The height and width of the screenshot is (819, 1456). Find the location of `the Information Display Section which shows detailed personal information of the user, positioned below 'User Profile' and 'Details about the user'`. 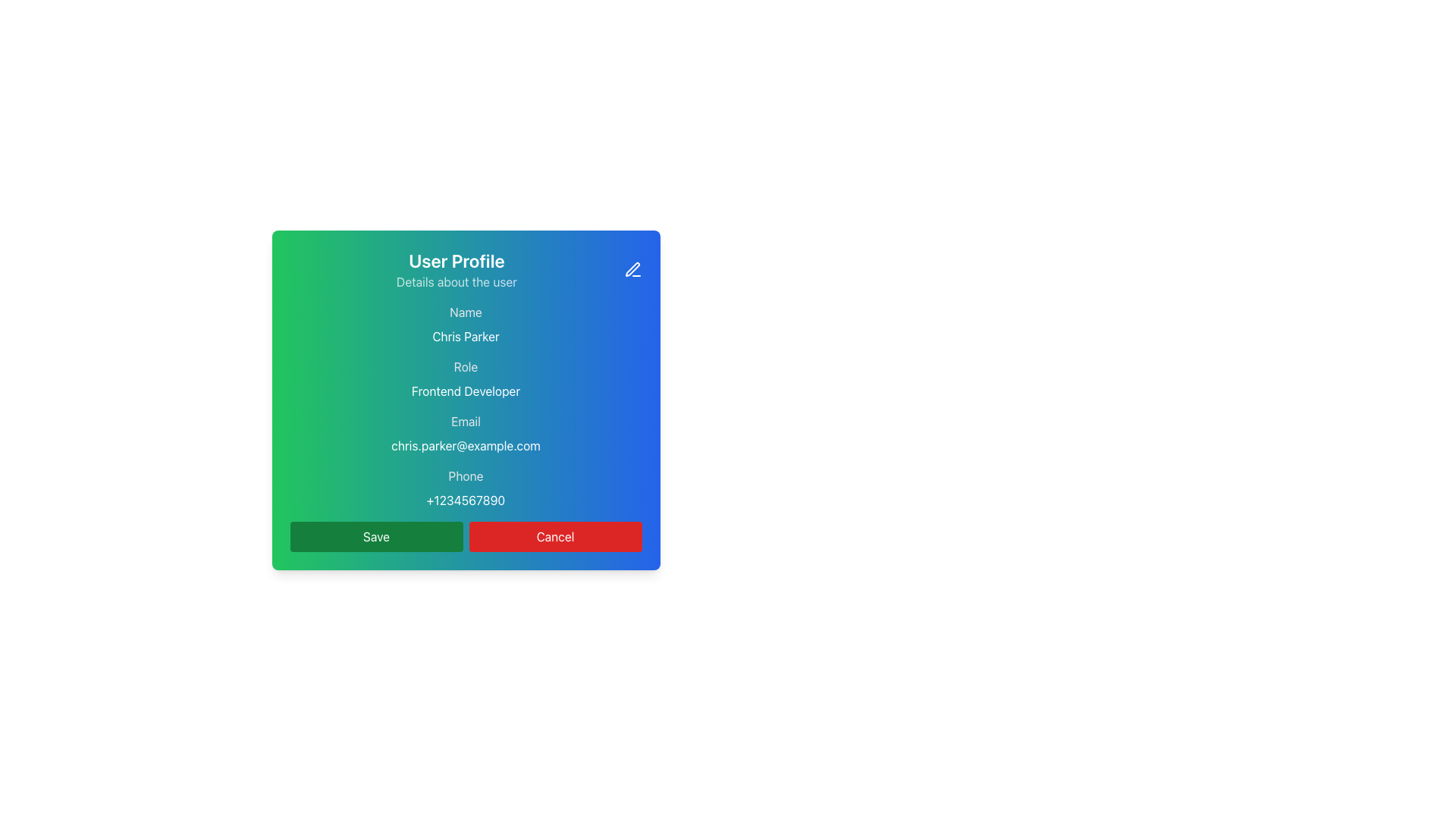

the Information Display Section which shows detailed personal information of the user, positioned below 'User Profile' and 'Details about the user' is located at coordinates (465, 406).